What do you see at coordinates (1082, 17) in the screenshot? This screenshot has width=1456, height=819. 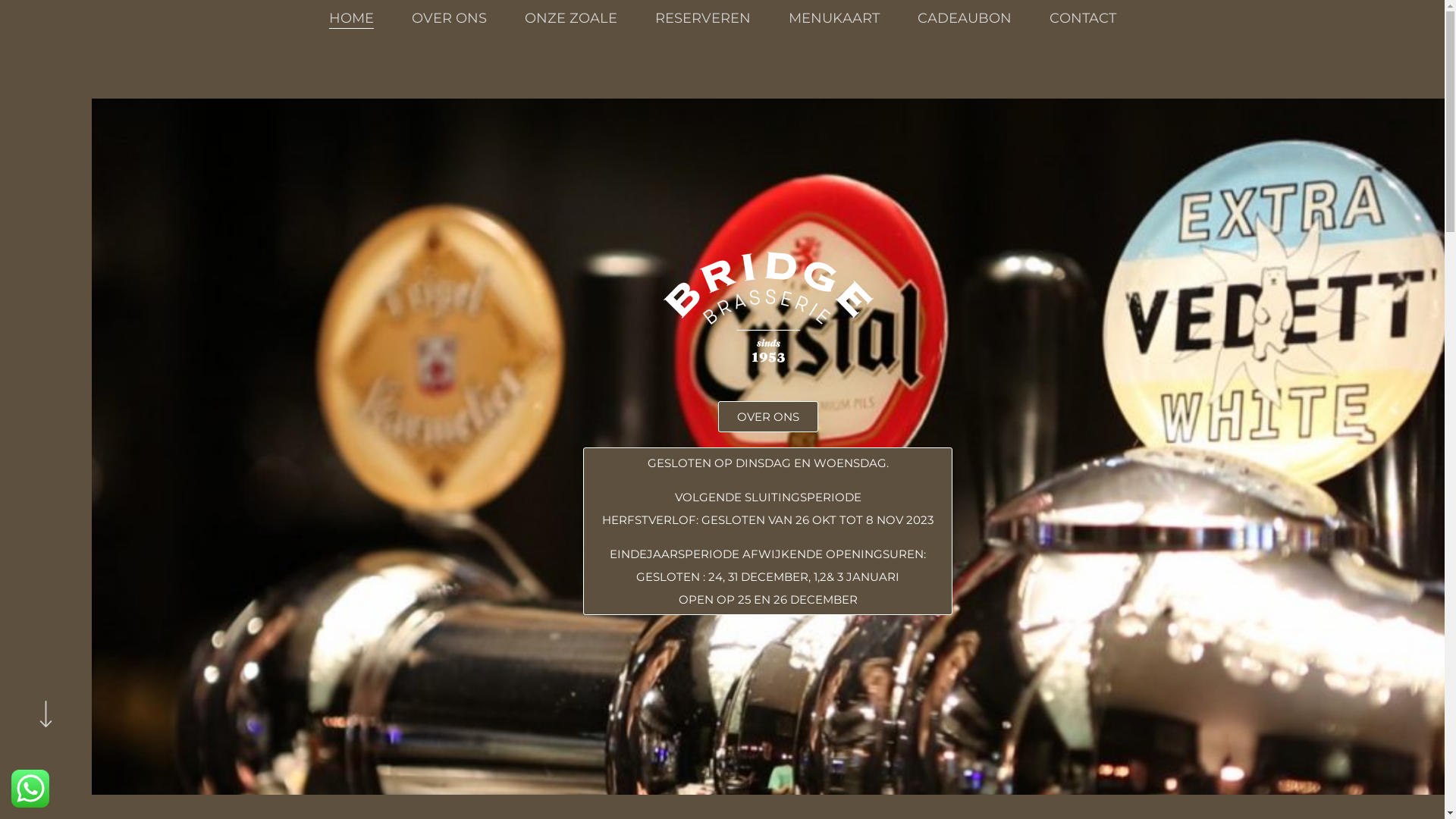 I see `'CONTACT'` at bounding box center [1082, 17].